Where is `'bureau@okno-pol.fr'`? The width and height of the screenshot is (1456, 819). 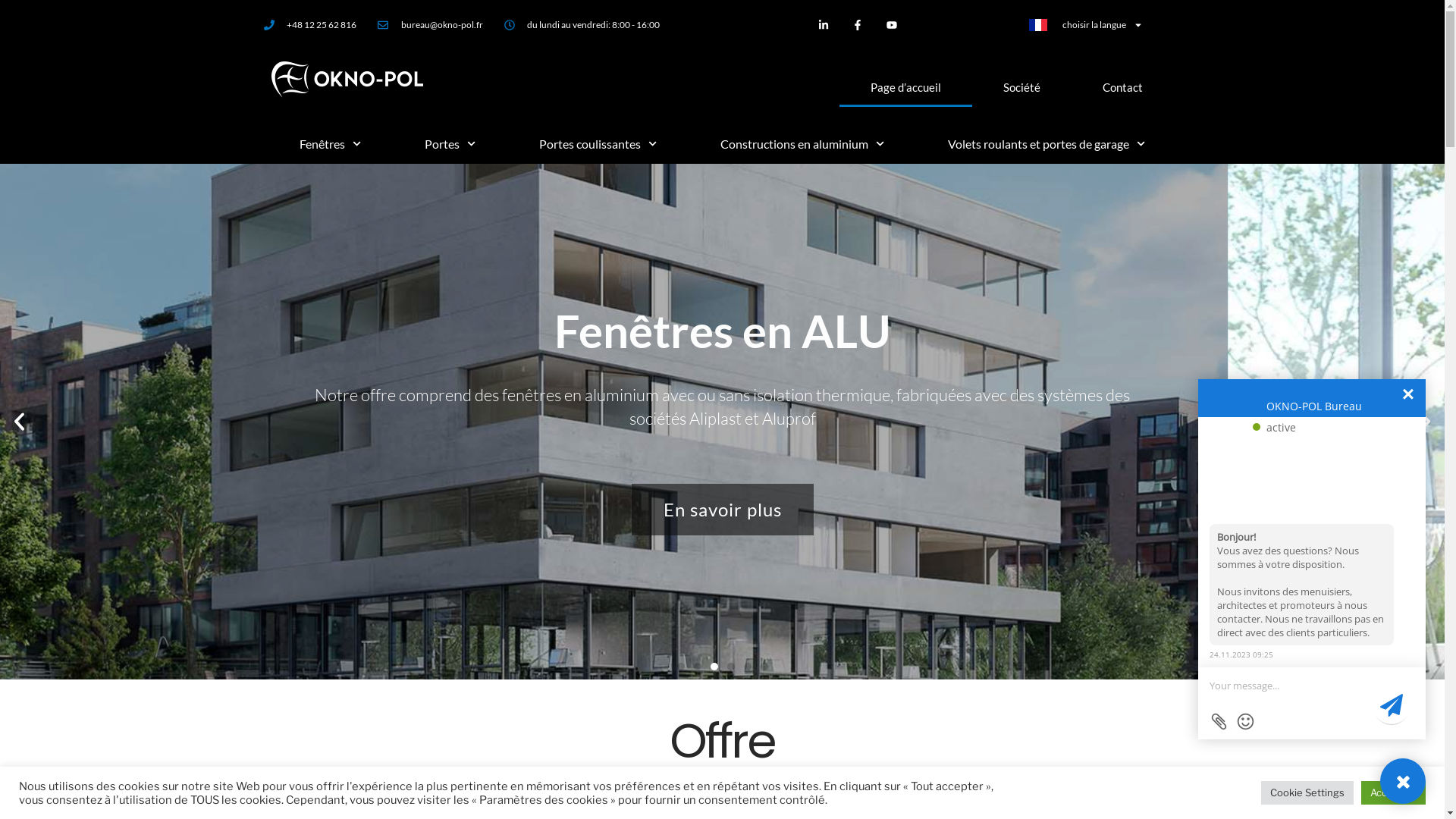
'bureau@okno-pol.fr' is located at coordinates (429, 25).